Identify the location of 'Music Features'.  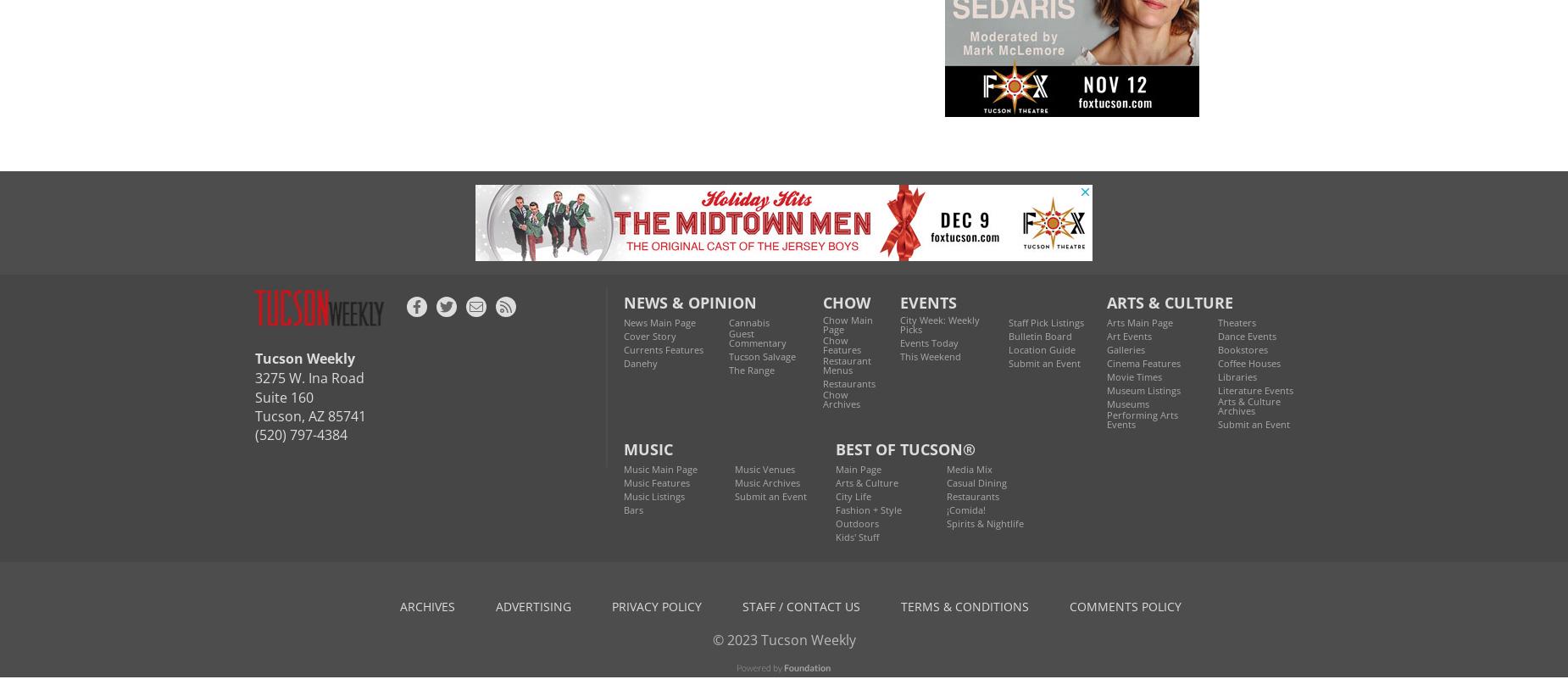
(656, 482).